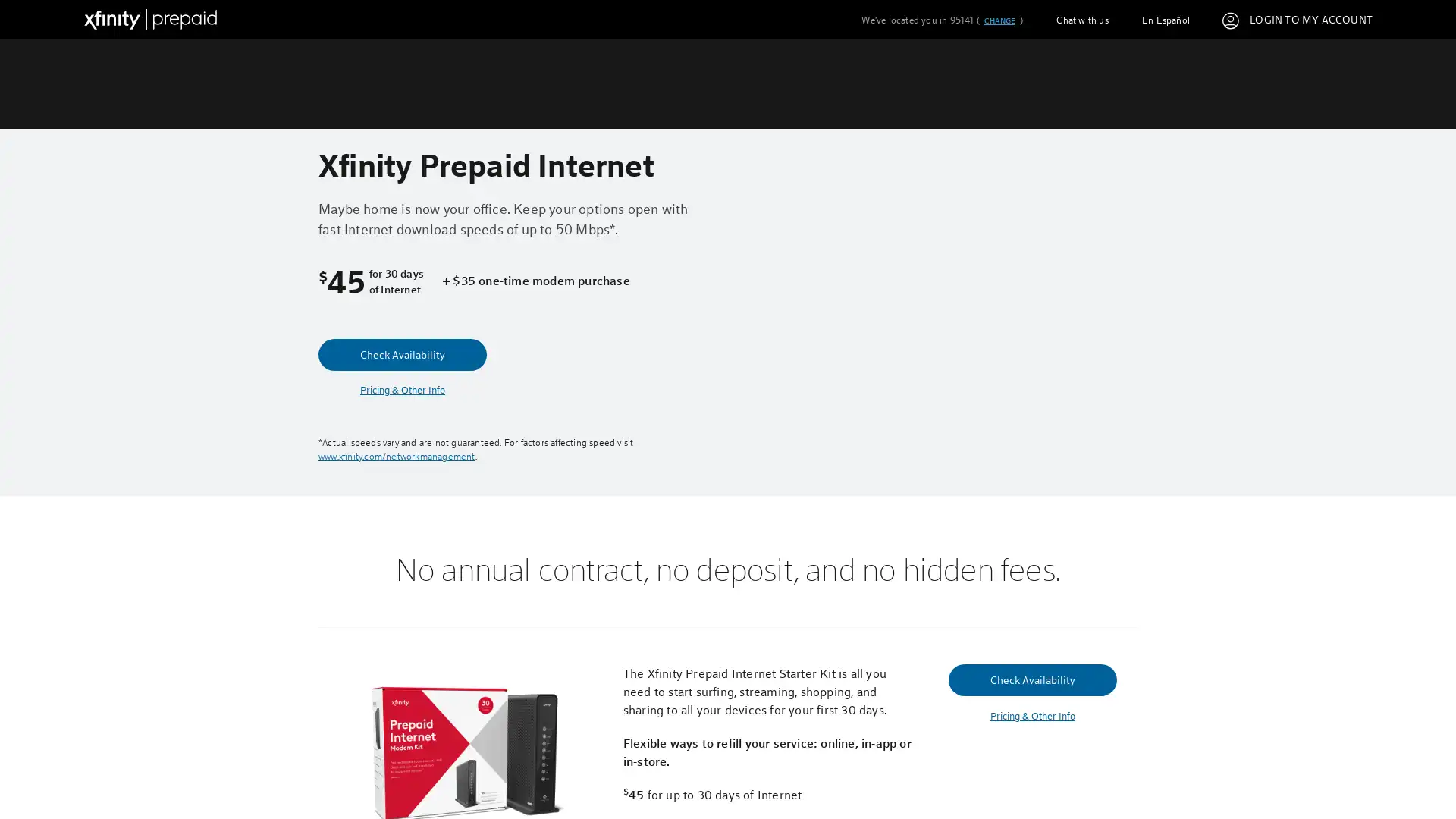  Describe the element at coordinates (403, 354) in the screenshot. I see `Check Availability` at that location.